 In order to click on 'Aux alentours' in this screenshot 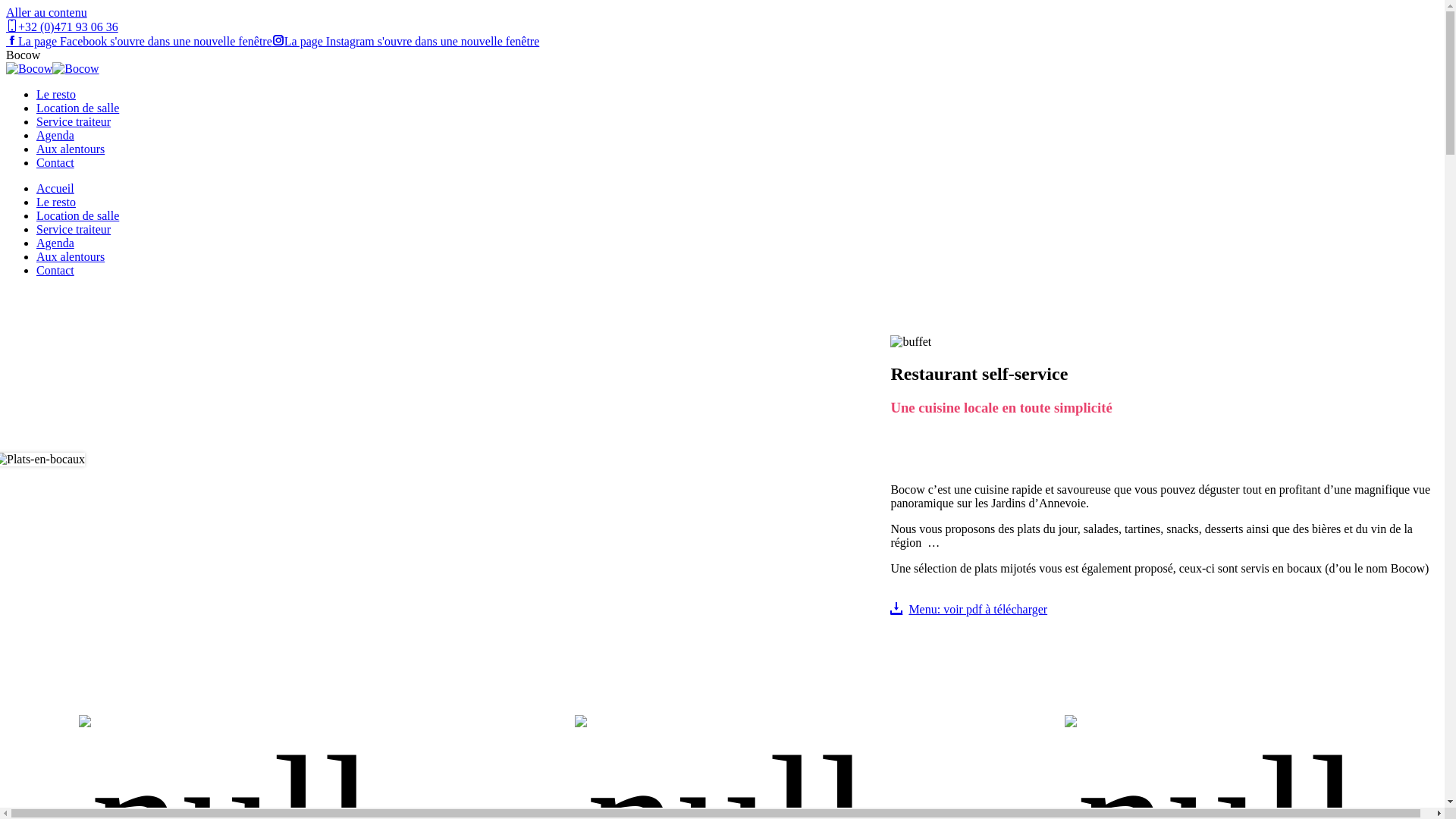, I will do `click(69, 256)`.